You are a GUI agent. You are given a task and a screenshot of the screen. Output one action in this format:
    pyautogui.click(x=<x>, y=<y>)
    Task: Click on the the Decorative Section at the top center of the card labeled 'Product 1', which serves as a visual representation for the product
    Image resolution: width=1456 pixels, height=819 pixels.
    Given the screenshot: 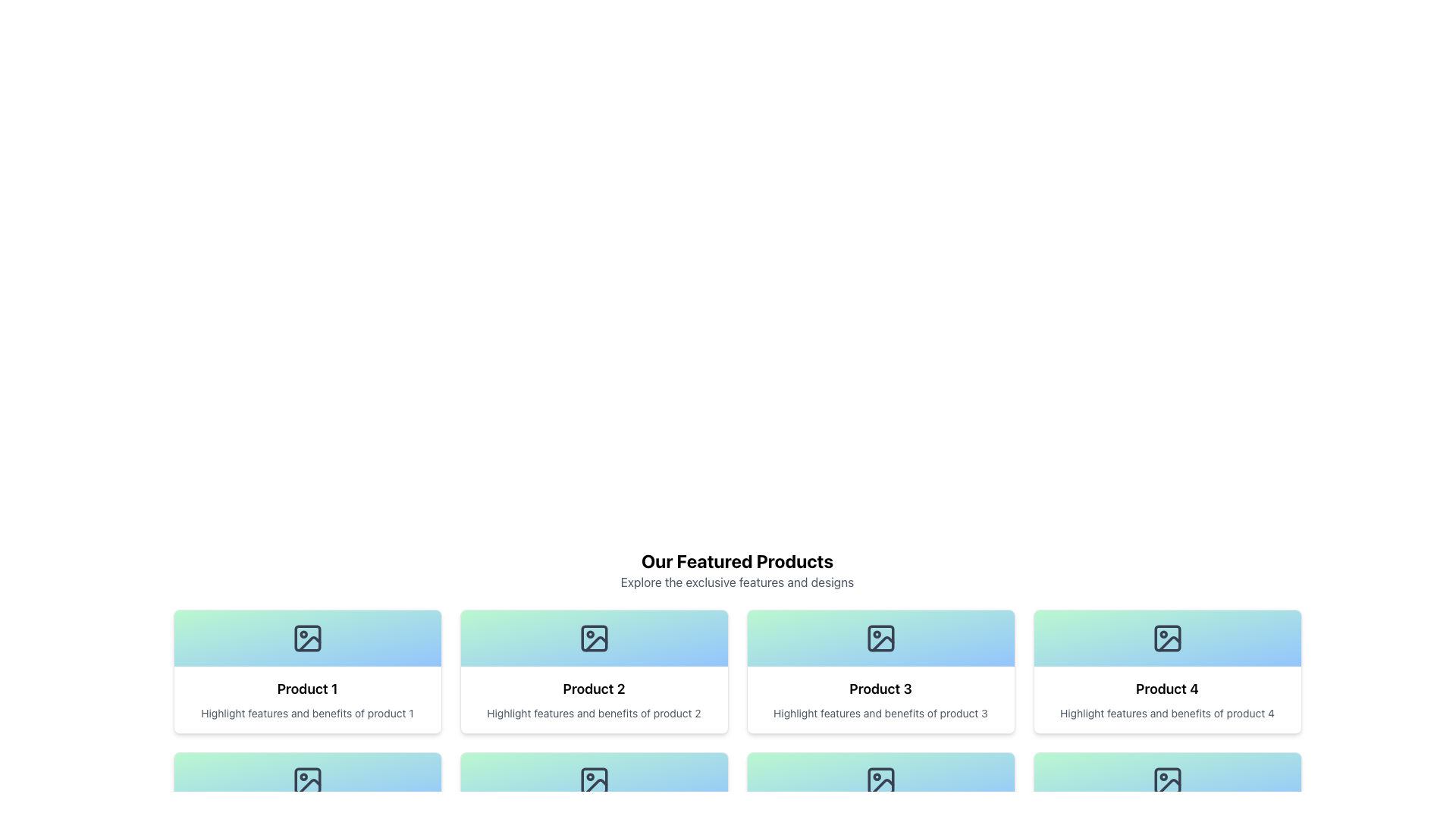 What is the action you would take?
    pyautogui.click(x=306, y=638)
    